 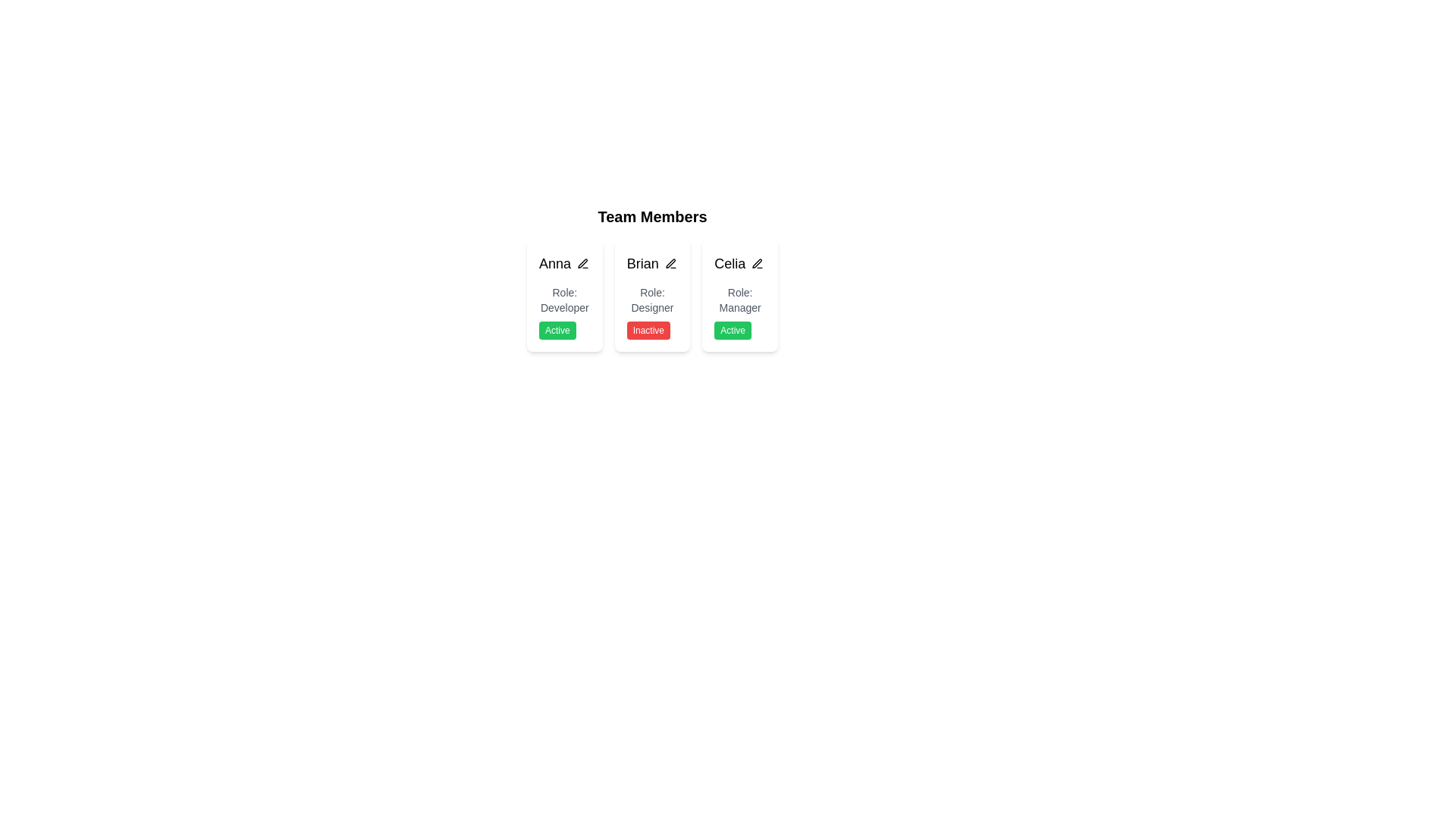 What do you see at coordinates (554, 262) in the screenshot?
I see `the text label displaying the name 'Anna' in the 'Team Members' section, located at the top-left corner of the first card` at bounding box center [554, 262].